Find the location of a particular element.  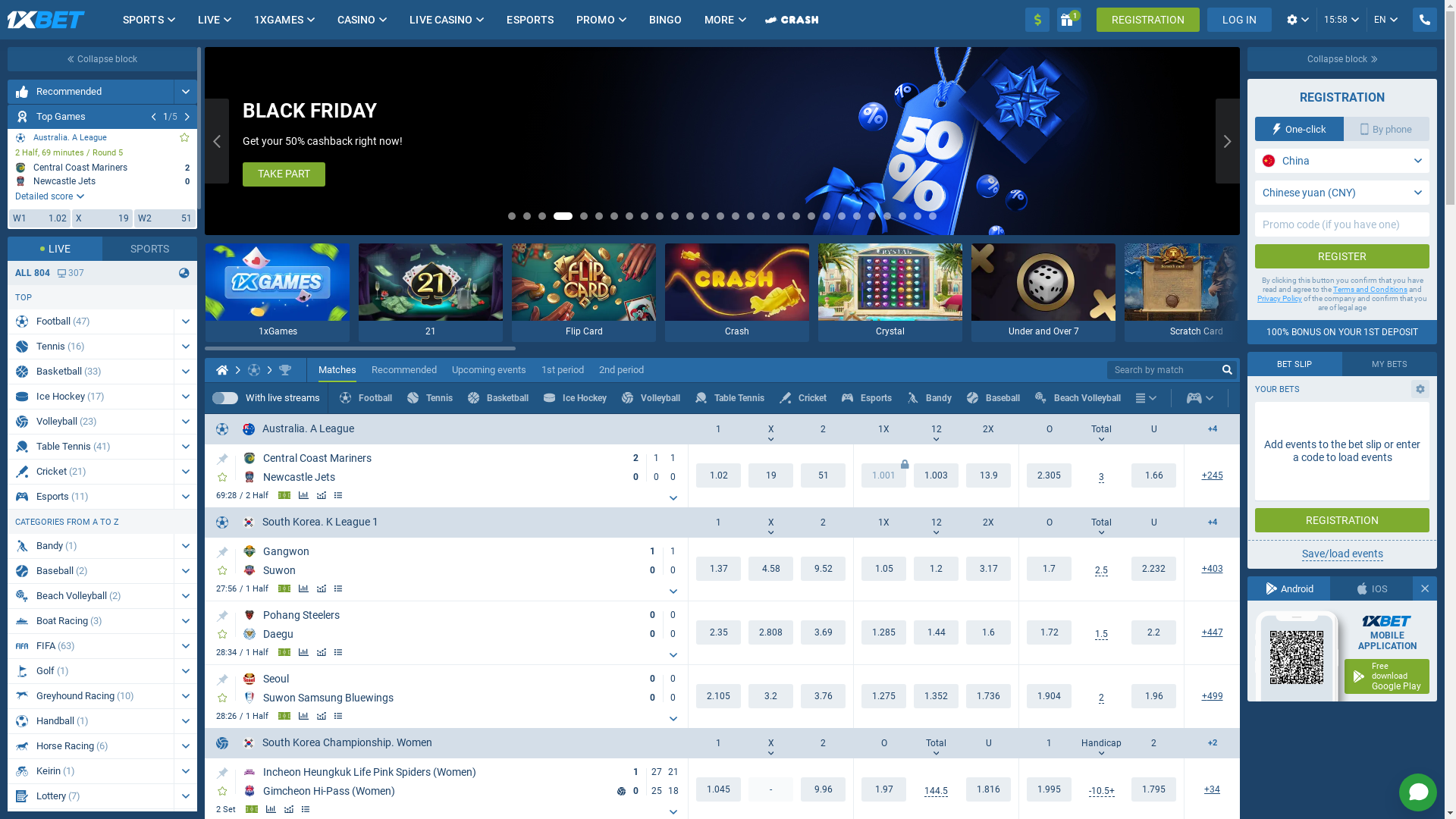

'+4' is located at coordinates (1211, 429).